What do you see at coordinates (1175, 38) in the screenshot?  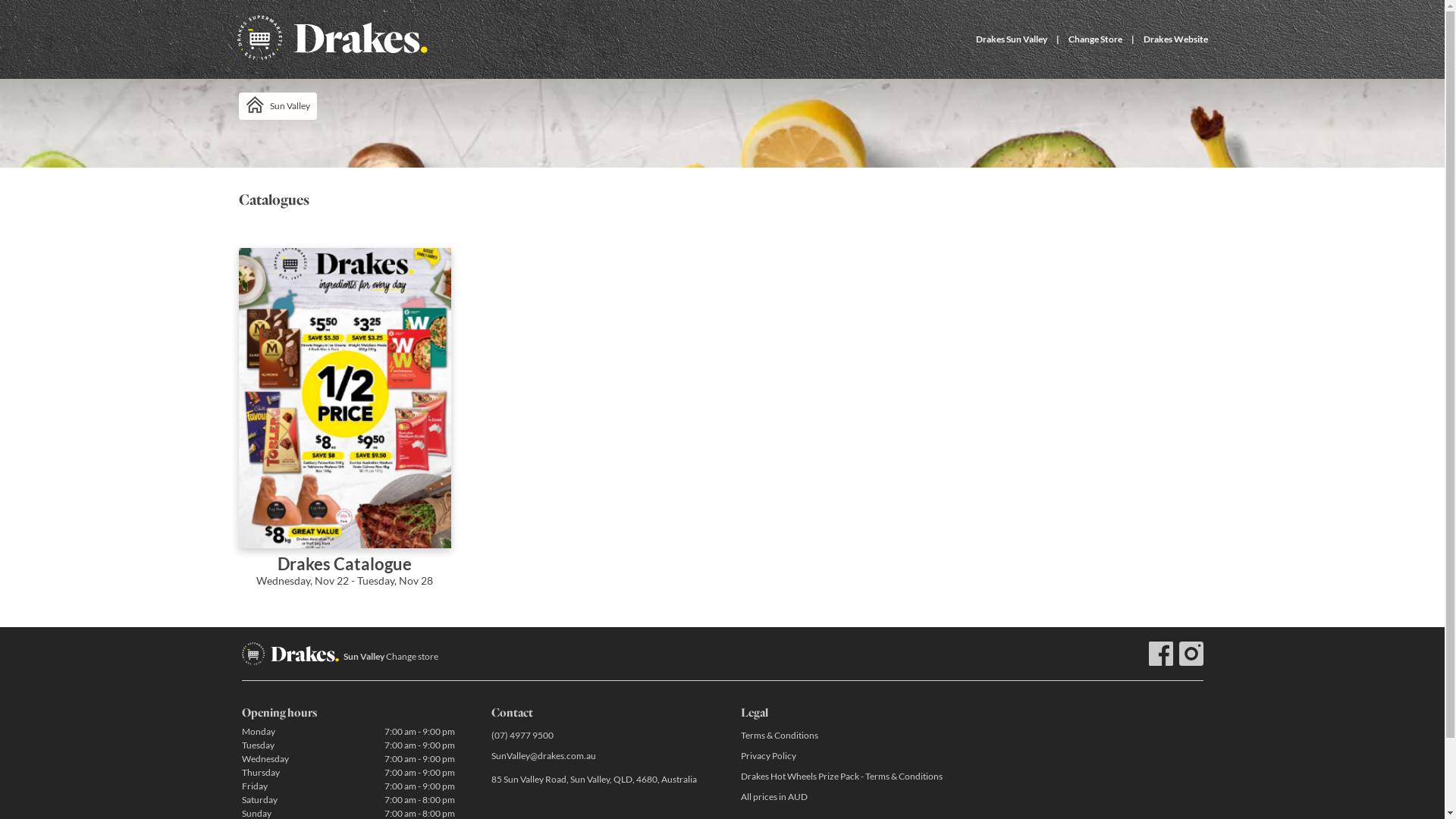 I see `'Drakes Website'` at bounding box center [1175, 38].